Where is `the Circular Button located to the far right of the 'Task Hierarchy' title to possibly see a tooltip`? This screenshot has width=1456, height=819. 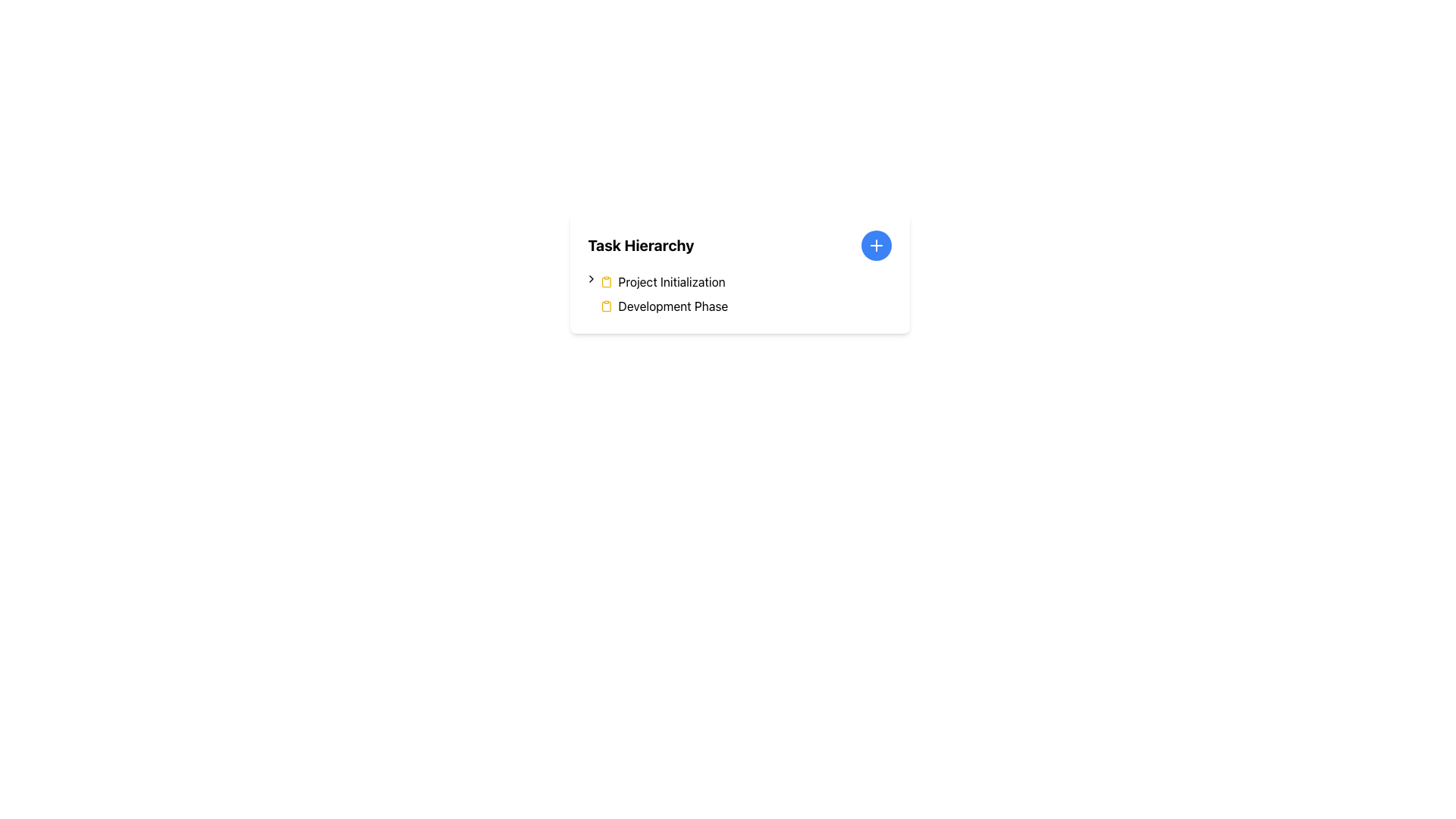
the Circular Button located to the far right of the 'Task Hierarchy' title to possibly see a tooltip is located at coordinates (876, 245).